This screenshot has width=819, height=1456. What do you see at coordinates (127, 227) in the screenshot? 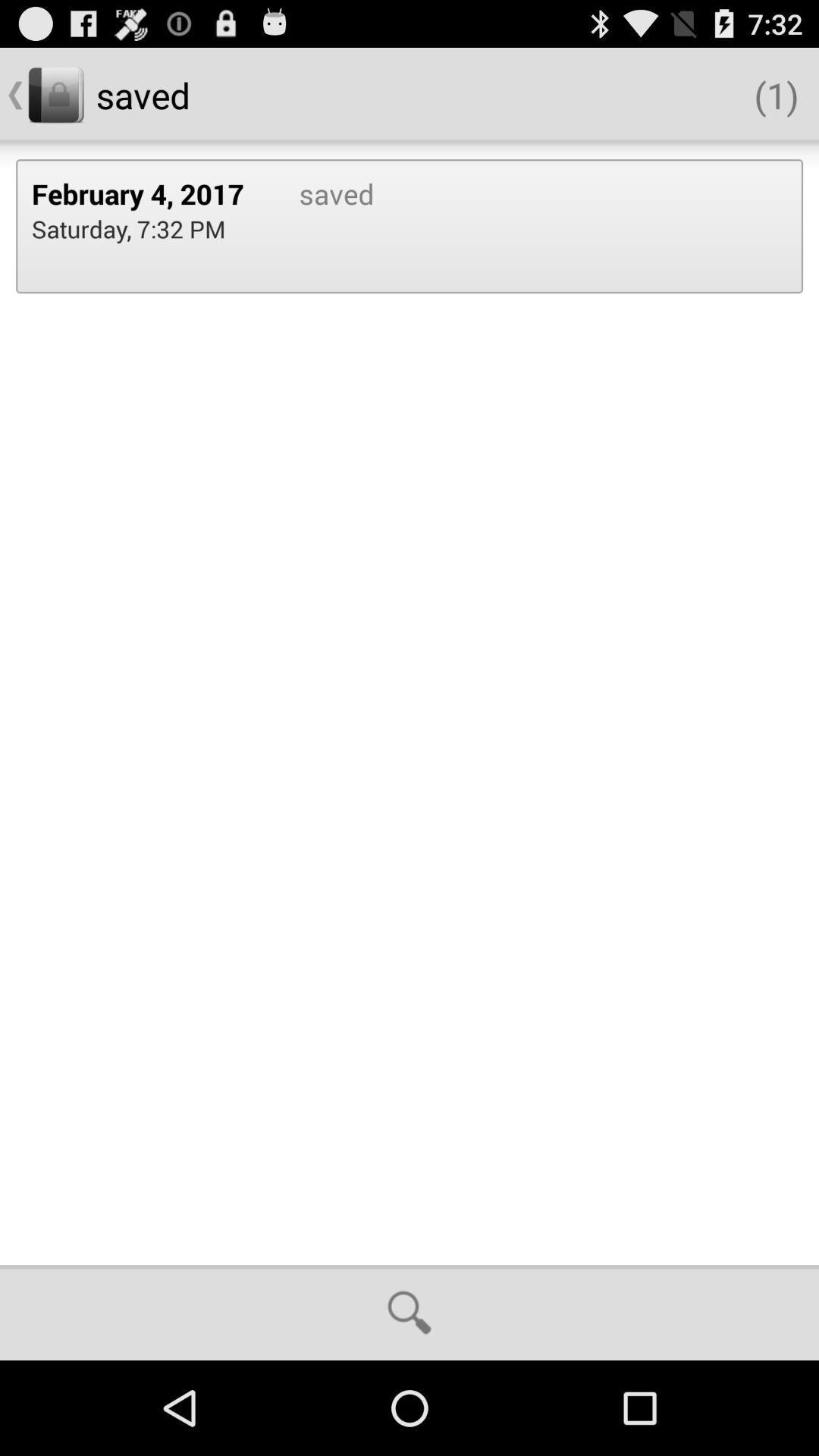
I see `the icon next to the saved` at bounding box center [127, 227].